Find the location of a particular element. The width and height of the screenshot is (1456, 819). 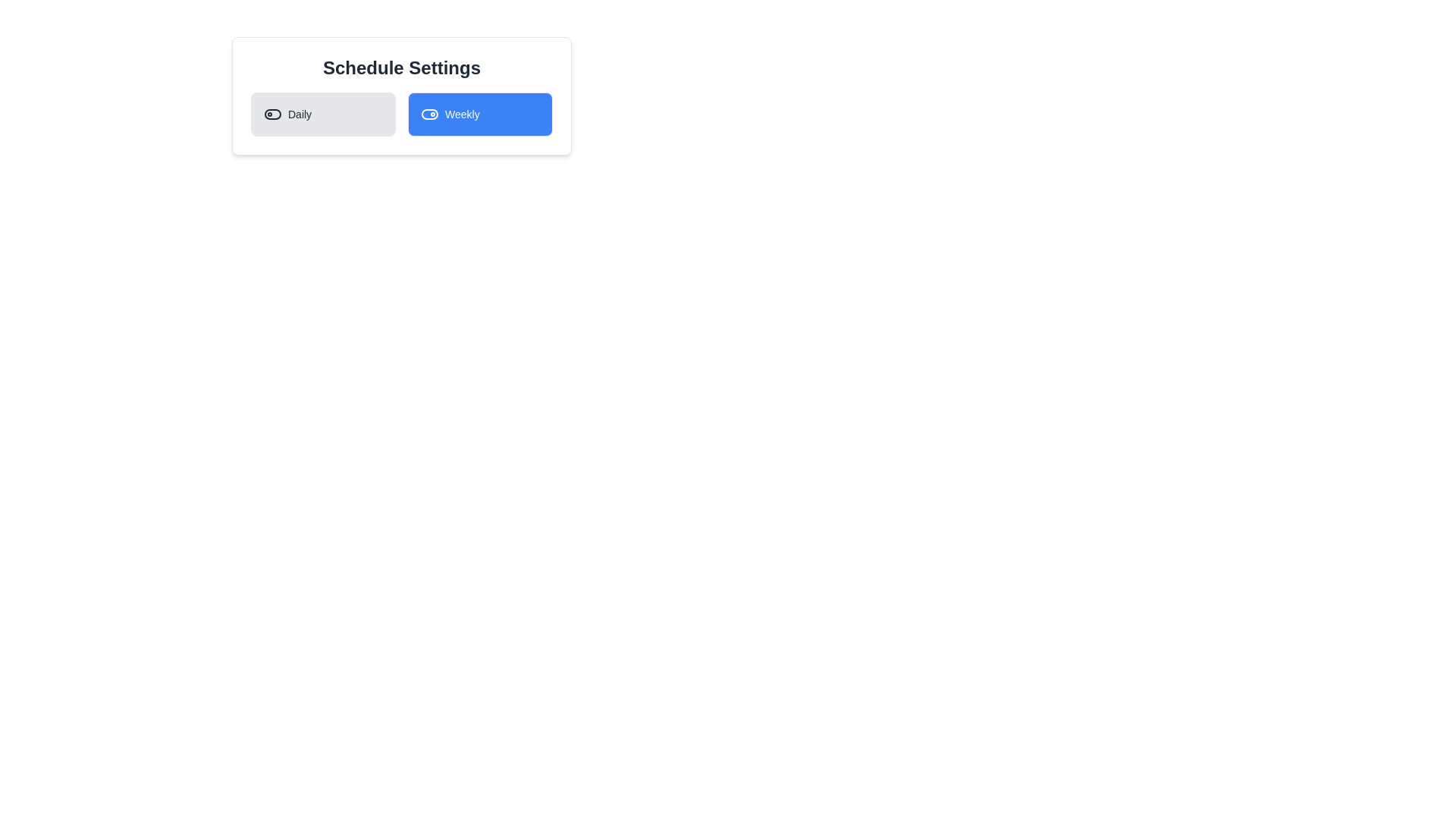

the left-aligned toggle switch inside the 'Daily' button is located at coordinates (273, 113).